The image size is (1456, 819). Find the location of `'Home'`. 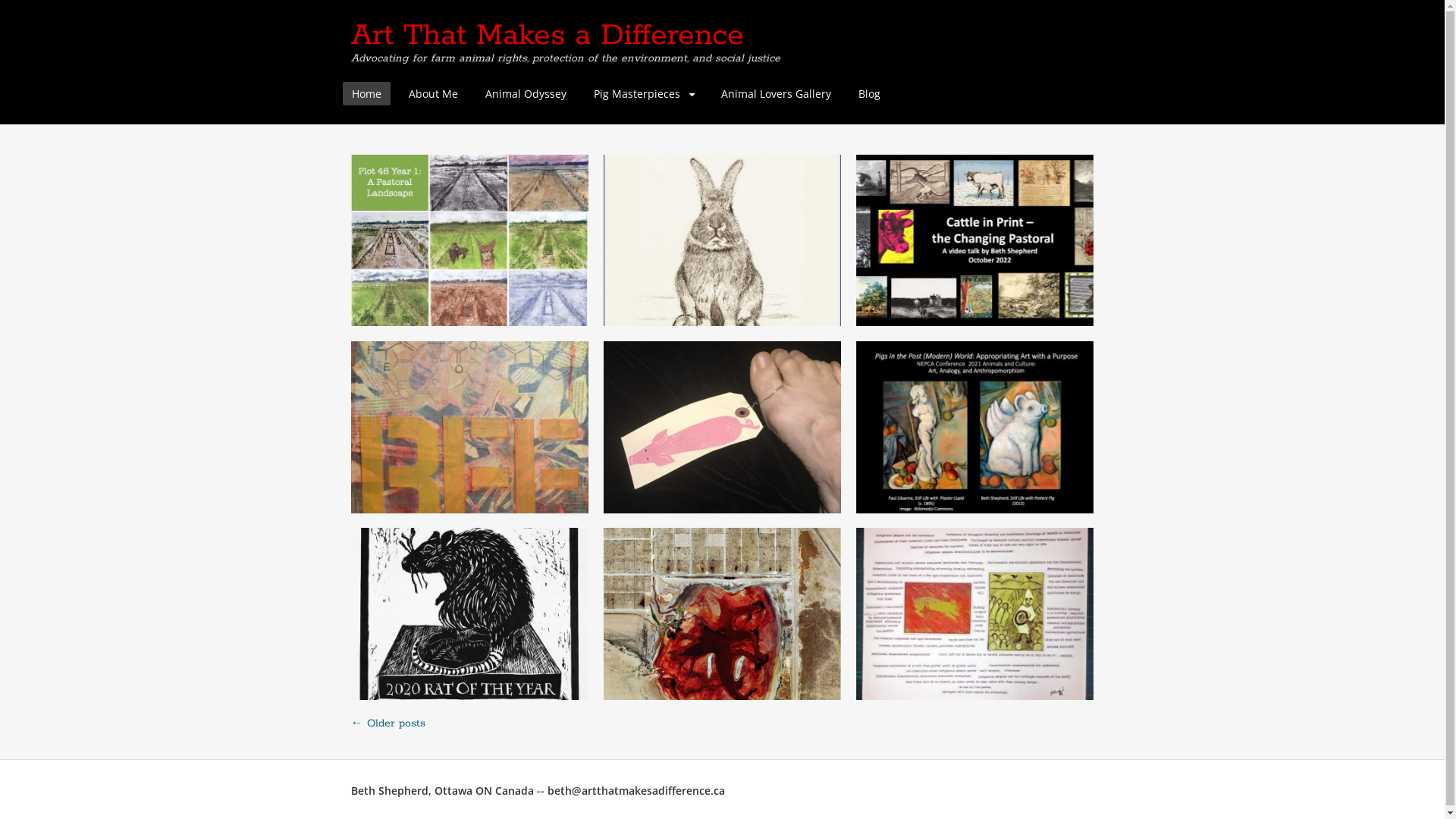

'Home' is located at coordinates (366, 93).